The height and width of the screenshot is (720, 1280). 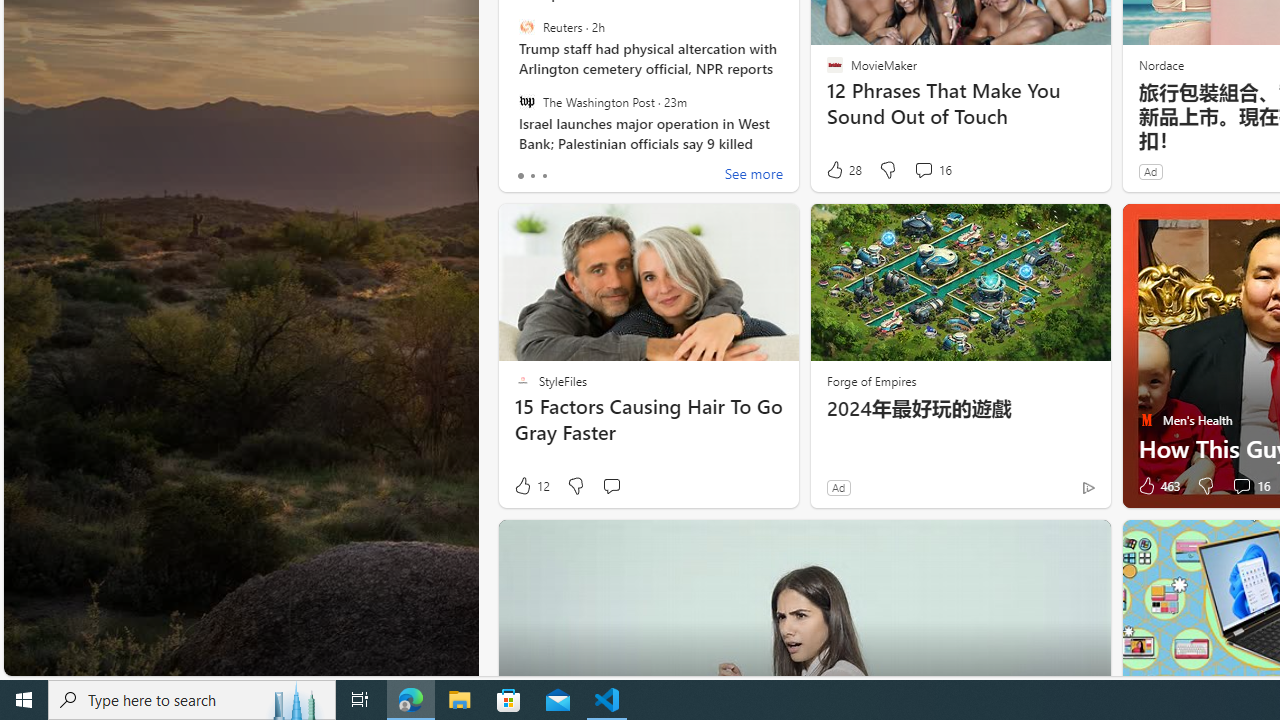 What do you see at coordinates (526, 101) in the screenshot?
I see `'The Washington Post'` at bounding box center [526, 101].